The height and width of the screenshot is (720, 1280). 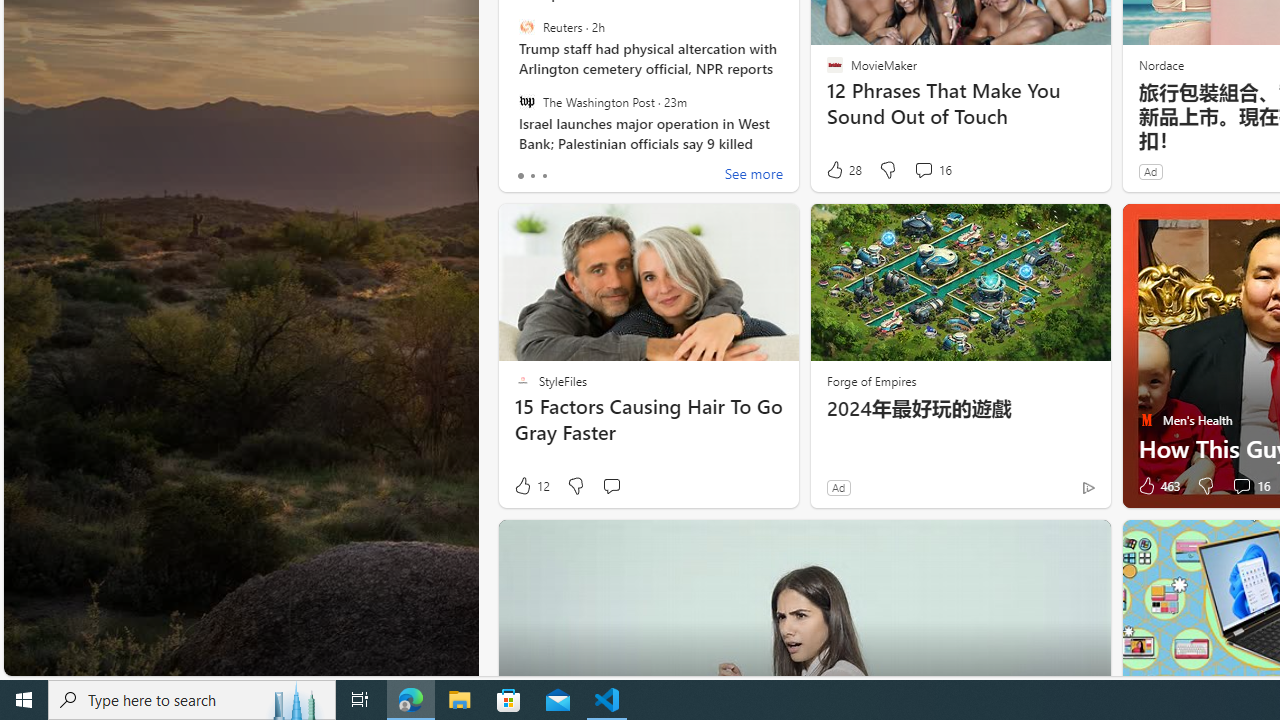 What do you see at coordinates (526, 101) in the screenshot?
I see `'The Washington Post'` at bounding box center [526, 101].